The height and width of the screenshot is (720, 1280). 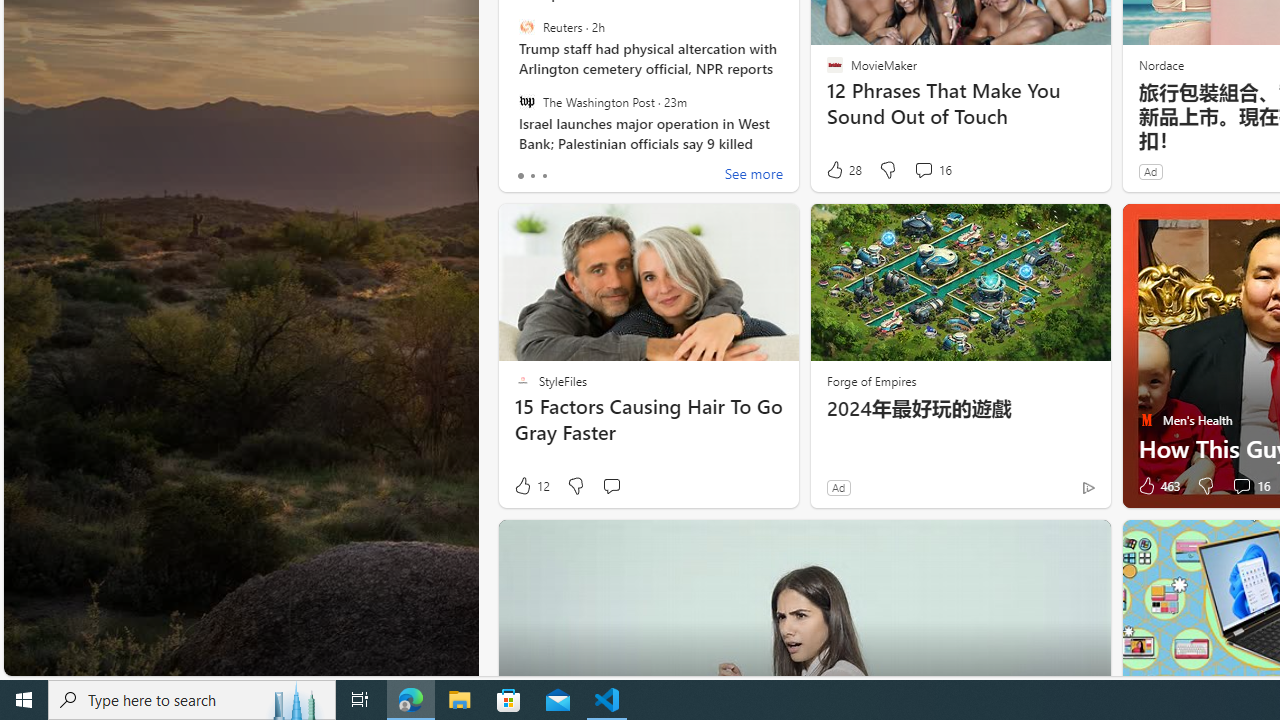 What do you see at coordinates (526, 101) in the screenshot?
I see `'The Washington Post'` at bounding box center [526, 101].